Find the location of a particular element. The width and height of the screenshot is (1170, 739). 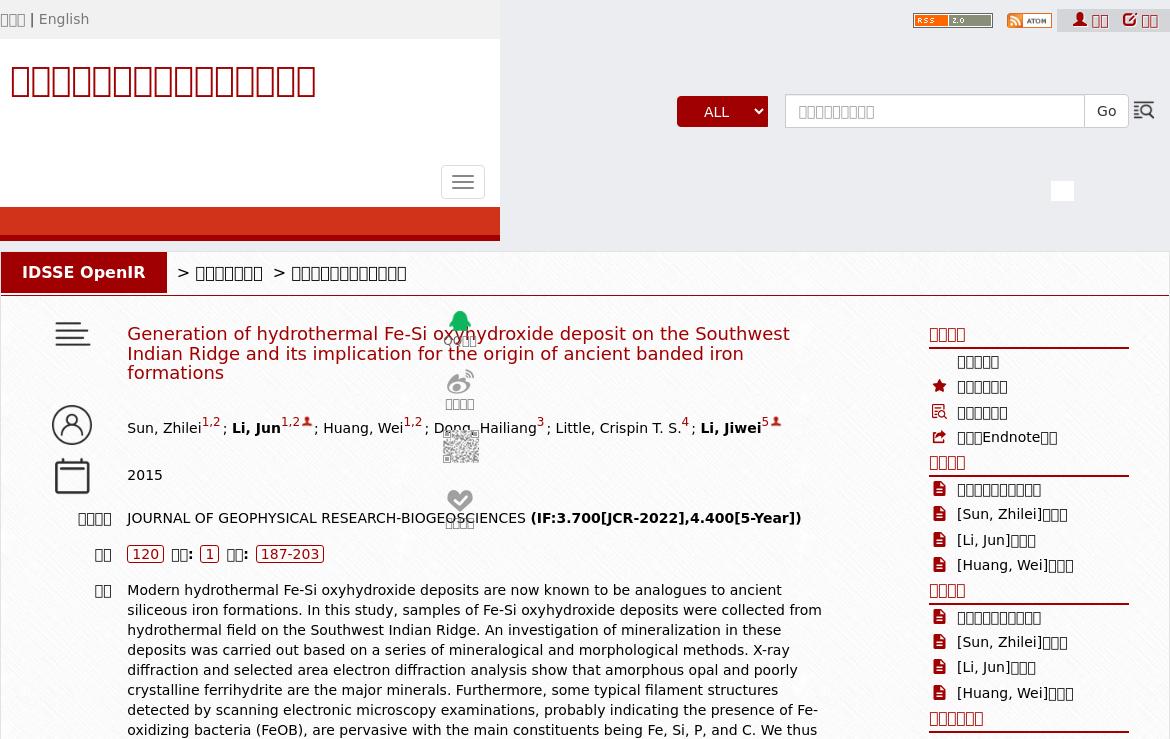

'IDSSE OpenIR' is located at coordinates (83, 271).